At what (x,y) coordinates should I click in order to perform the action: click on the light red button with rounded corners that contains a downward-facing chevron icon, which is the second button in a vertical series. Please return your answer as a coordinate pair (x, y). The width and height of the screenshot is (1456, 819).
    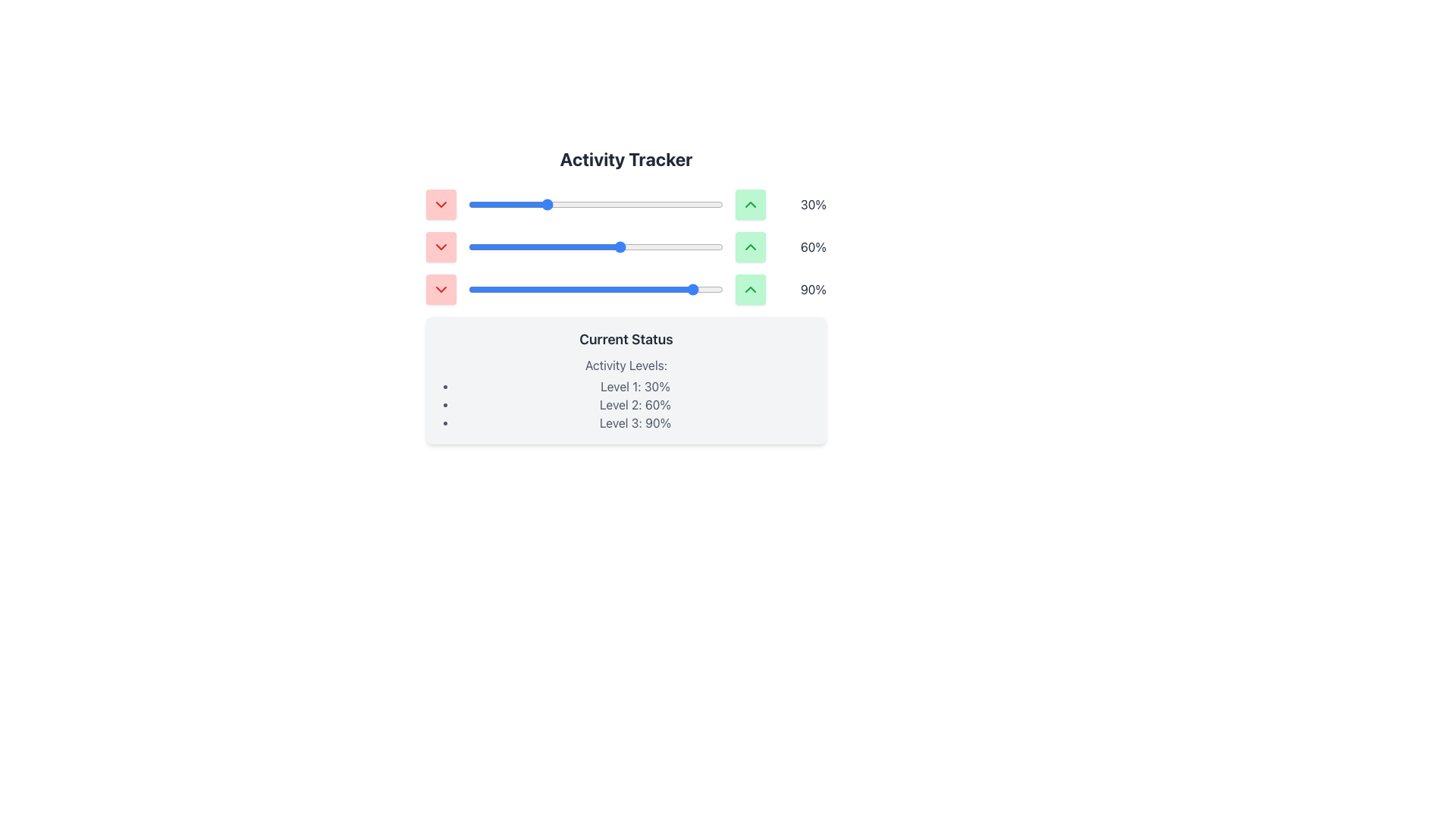
    Looking at the image, I should click on (440, 246).